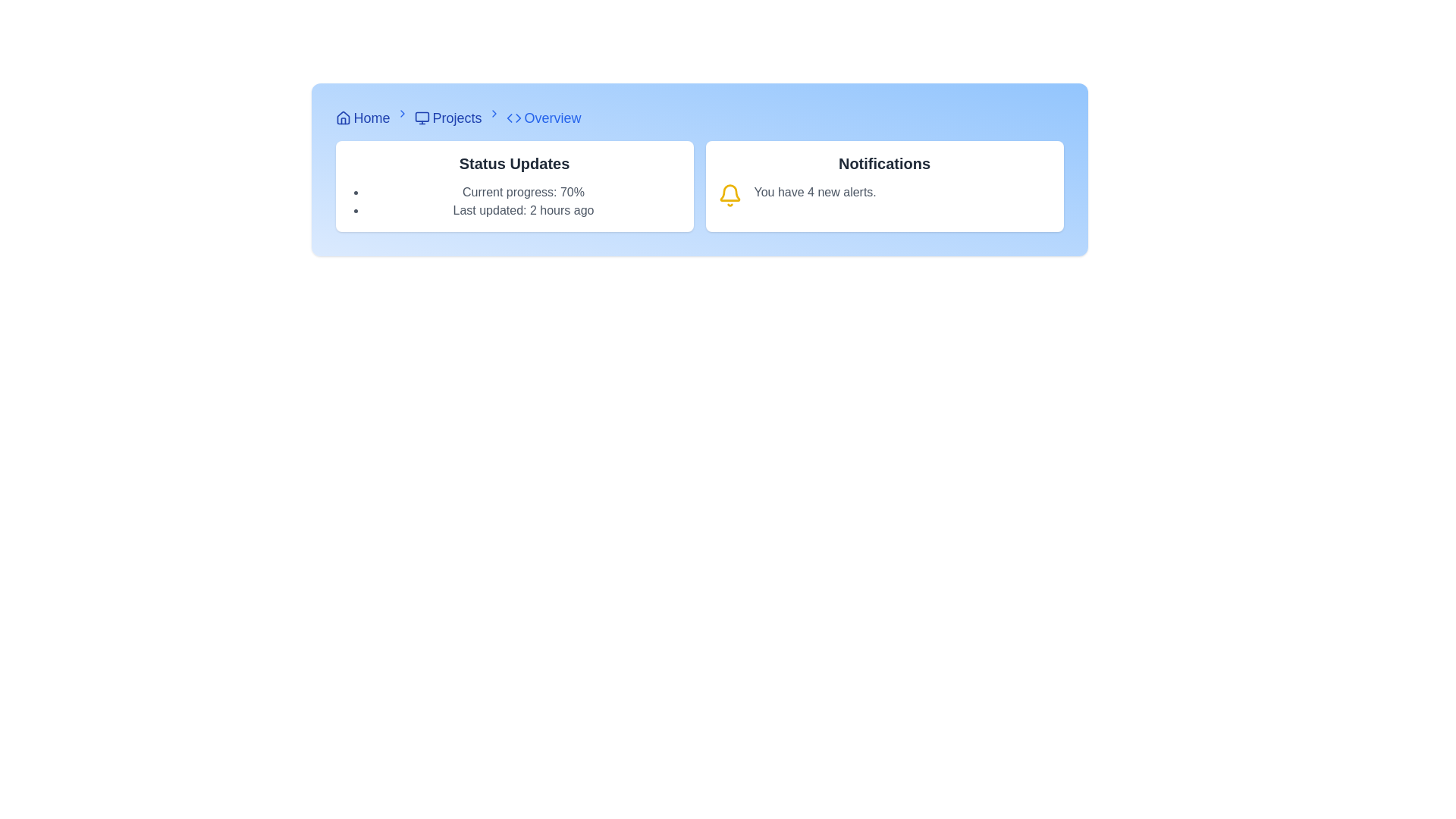  Describe the element at coordinates (518, 117) in the screenshot. I see `the right-pointing arrowhead SVG element that serves as a separator in the breadcrumb navigation system` at that location.